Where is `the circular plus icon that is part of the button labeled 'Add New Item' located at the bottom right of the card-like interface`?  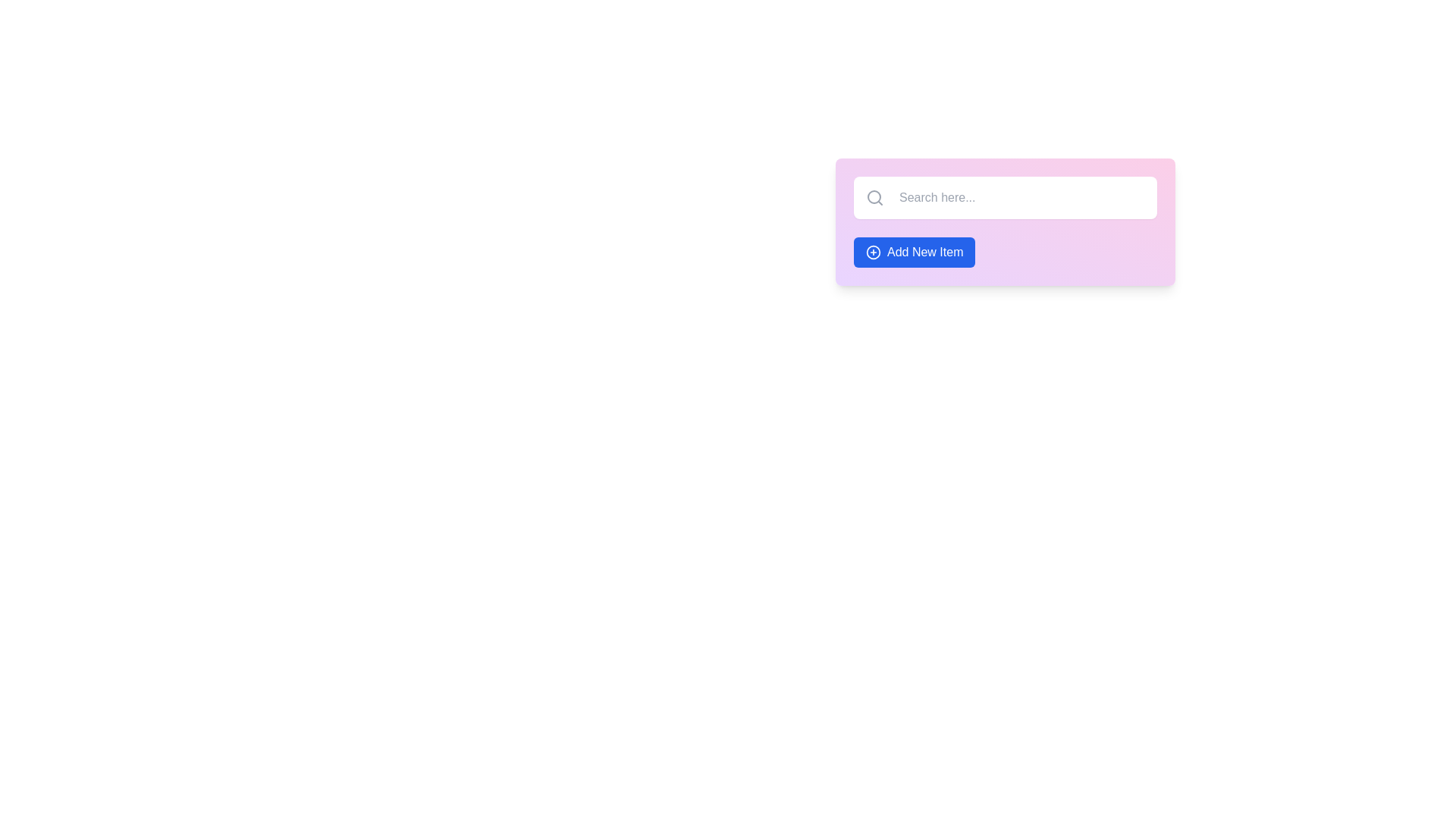 the circular plus icon that is part of the button labeled 'Add New Item' located at the bottom right of the card-like interface is located at coordinates (874, 251).